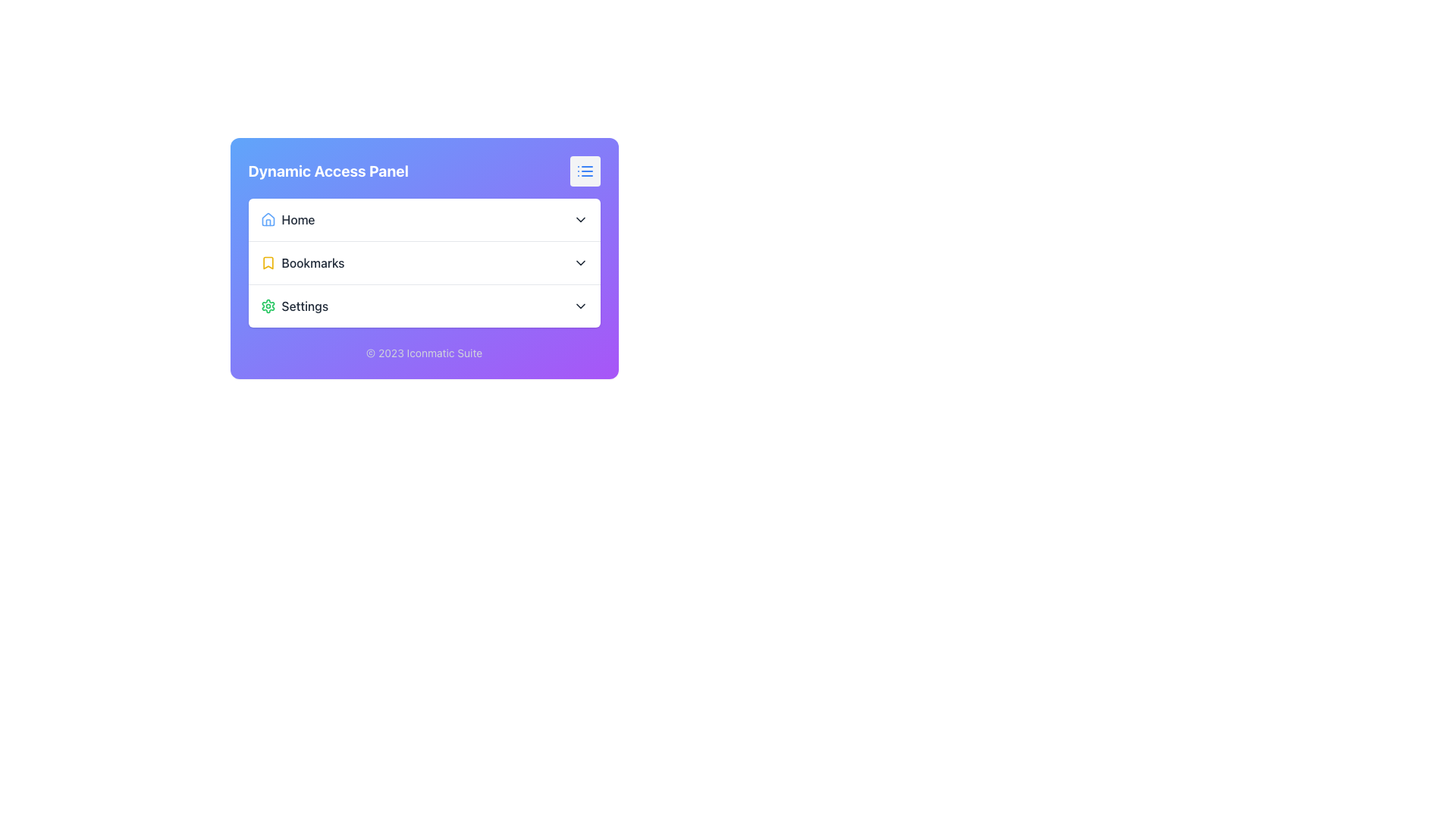 Image resolution: width=1456 pixels, height=819 pixels. Describe the element at coordinates (579, 219) in the screenshot. I see `the downward-facing chevron icon located at the far-right of the 'Home' menu item` at that location.